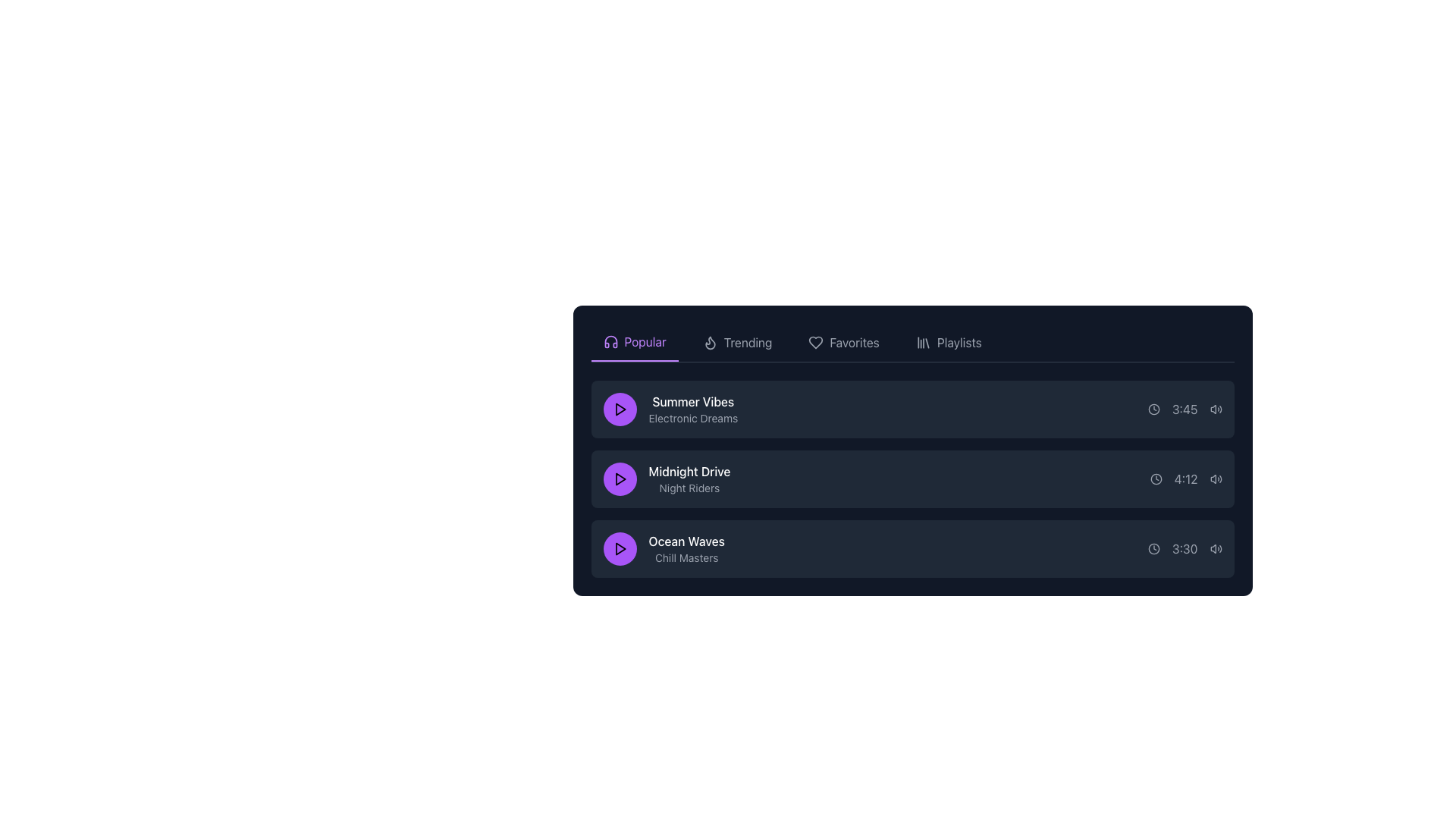  What do you see at coordinates (926, 343) in the screenshot?
I see `the line segment of the library icon located in the 'Playlists' tab header at the top-right of the interface` at bounding box center [926, 343].